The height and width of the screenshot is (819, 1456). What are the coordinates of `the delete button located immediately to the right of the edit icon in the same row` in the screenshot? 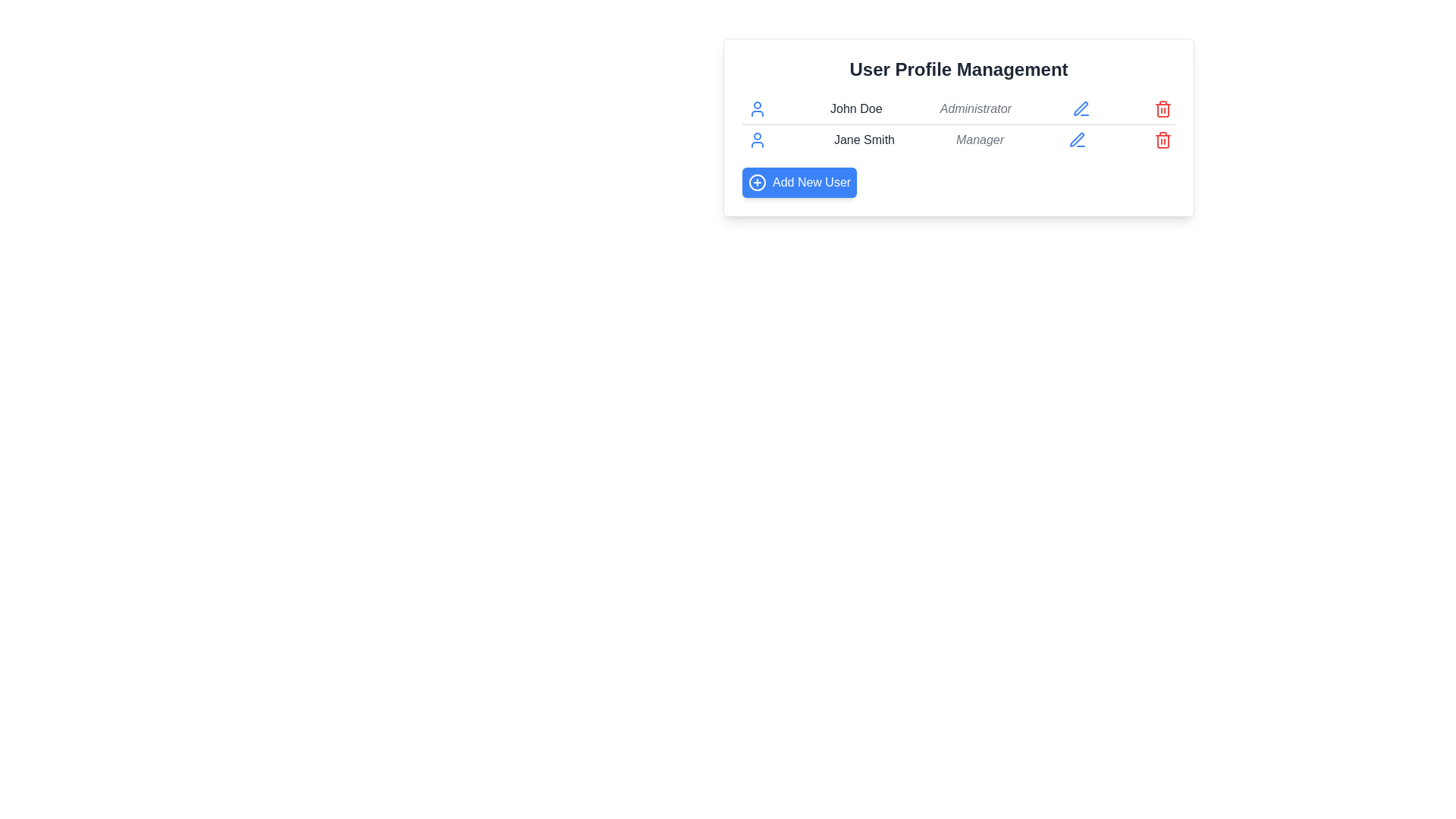 It's located at (1163, 108).